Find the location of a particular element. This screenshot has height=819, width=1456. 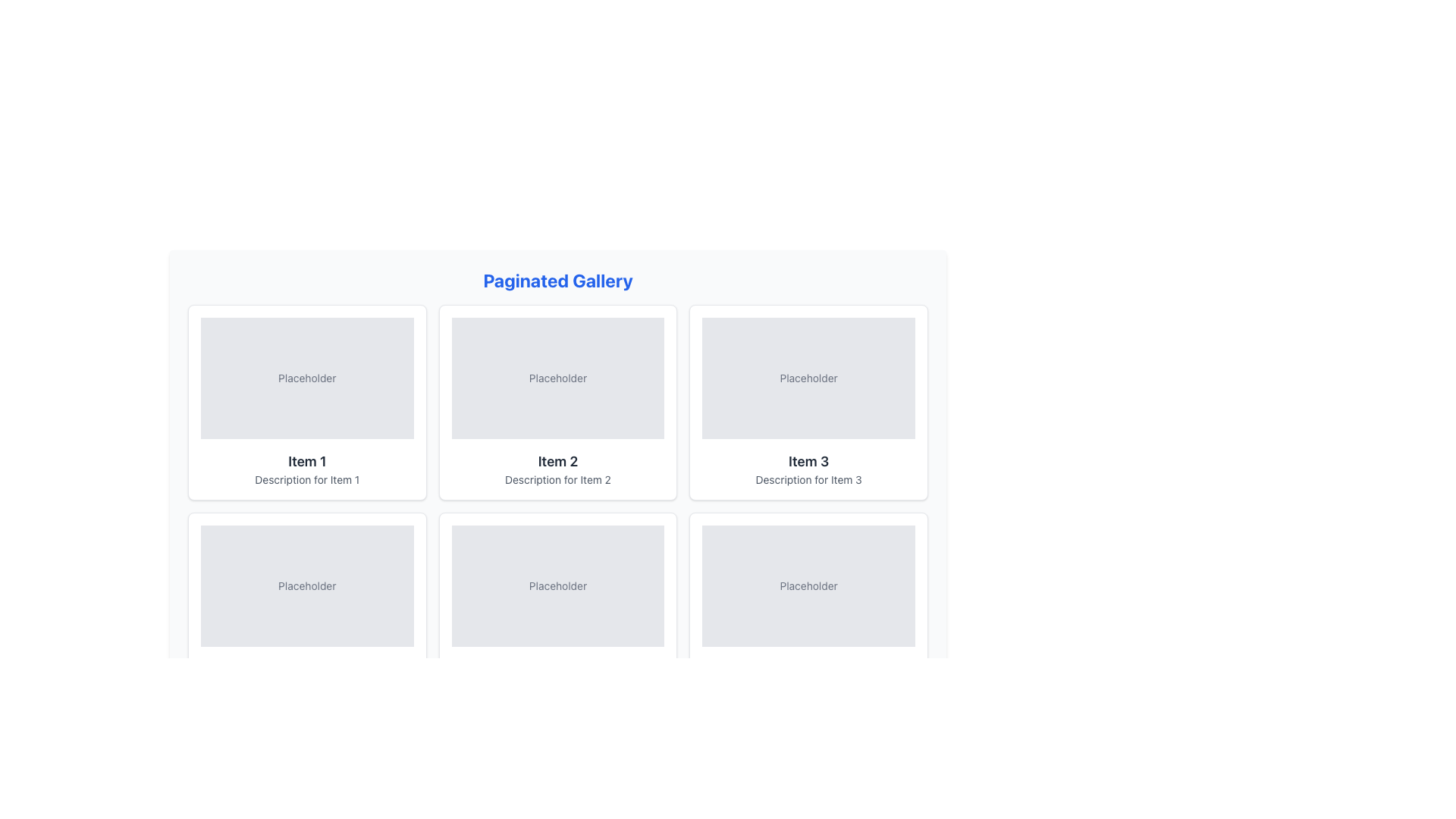

the visual placeholder labeled 'Placeholder' is located at coordinates (306, 377).